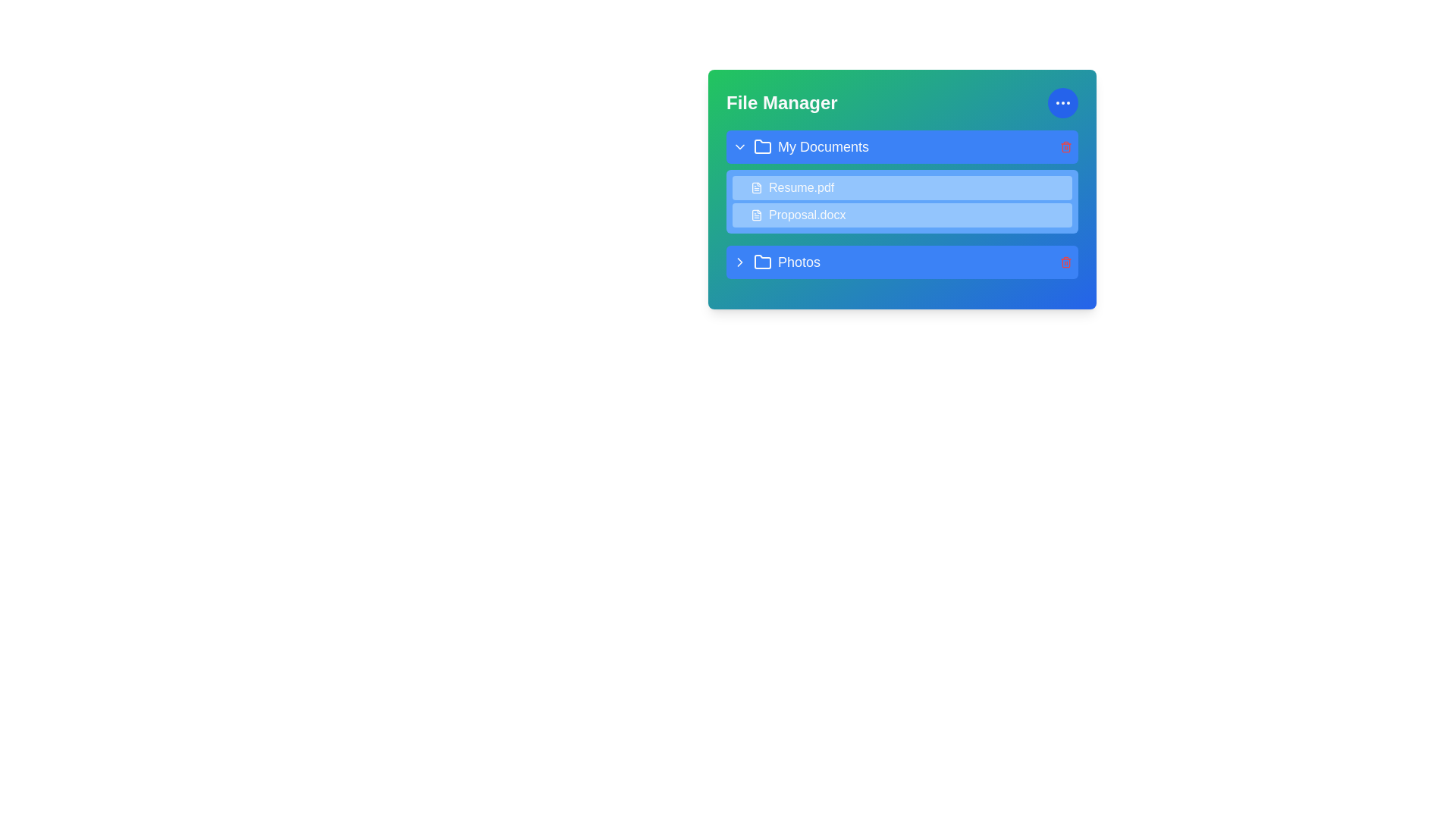  Describe the element at coordinates (1062, 102) in the screenshot. I see `the ellipsis icon within the circular button` at that location.